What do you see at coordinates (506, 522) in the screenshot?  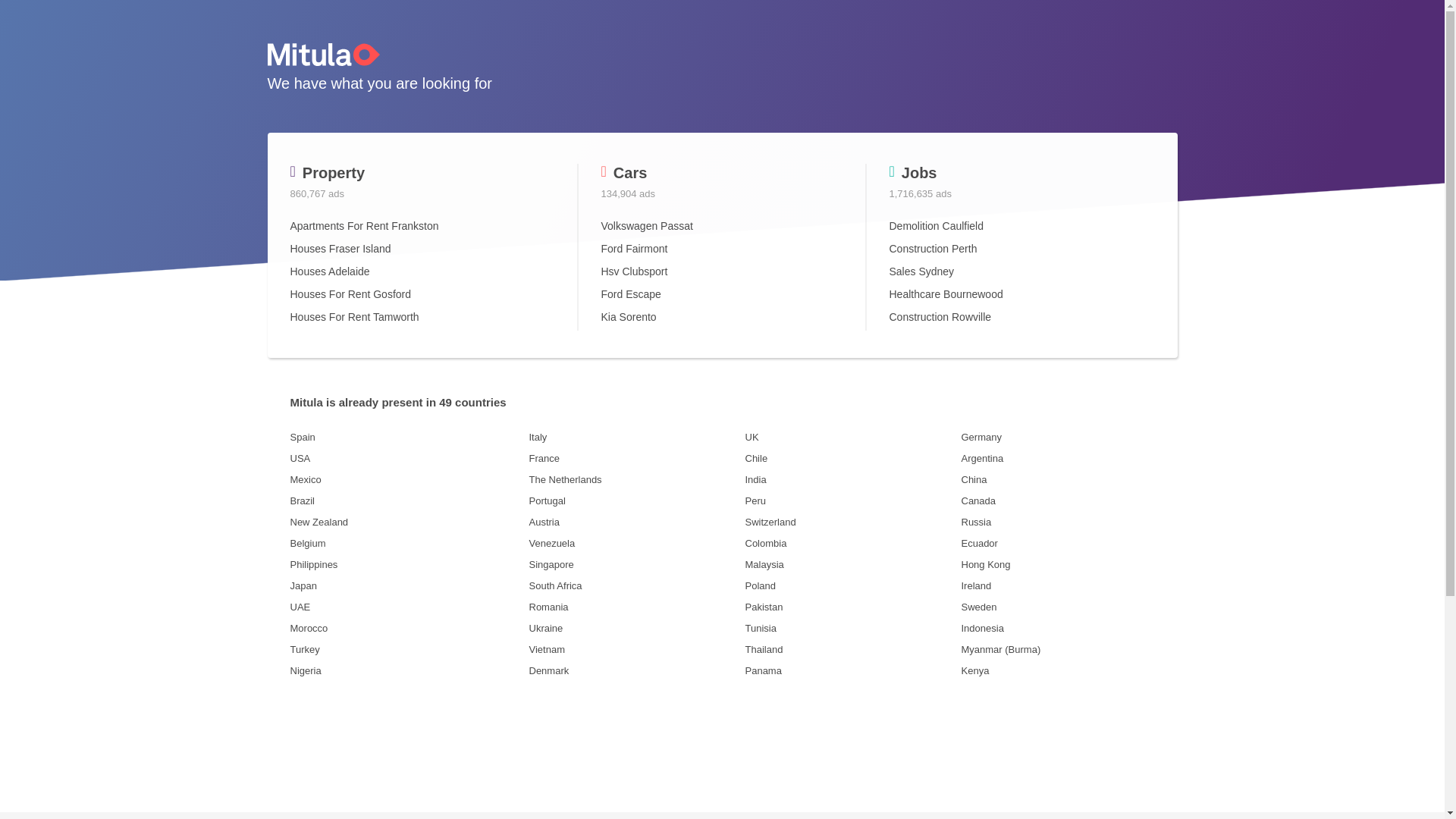 I see `'Austria'` at bounding box center [506, 522].